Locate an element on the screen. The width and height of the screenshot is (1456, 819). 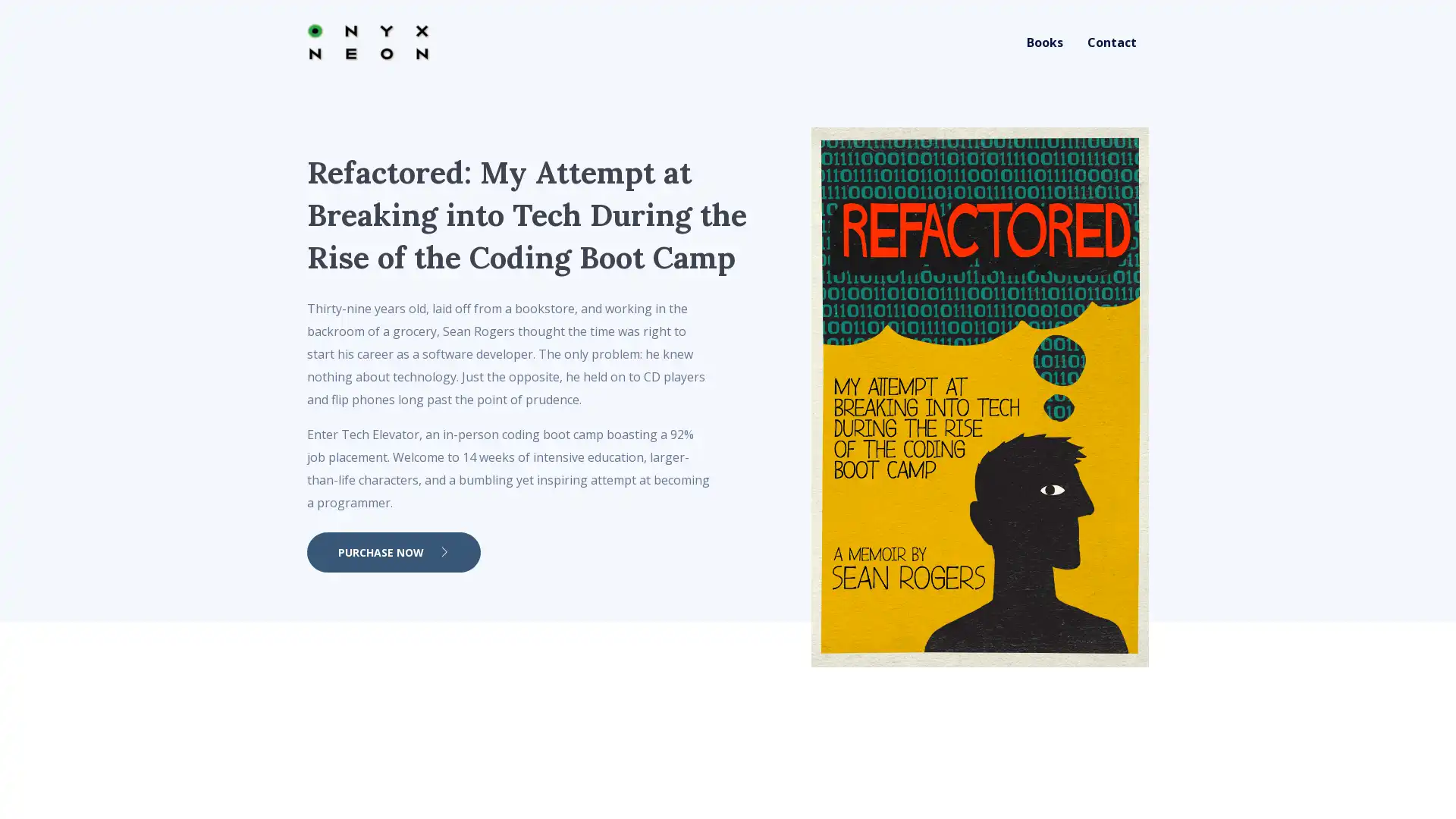
PURCHASE NOW is located at coordinates (394, 552).